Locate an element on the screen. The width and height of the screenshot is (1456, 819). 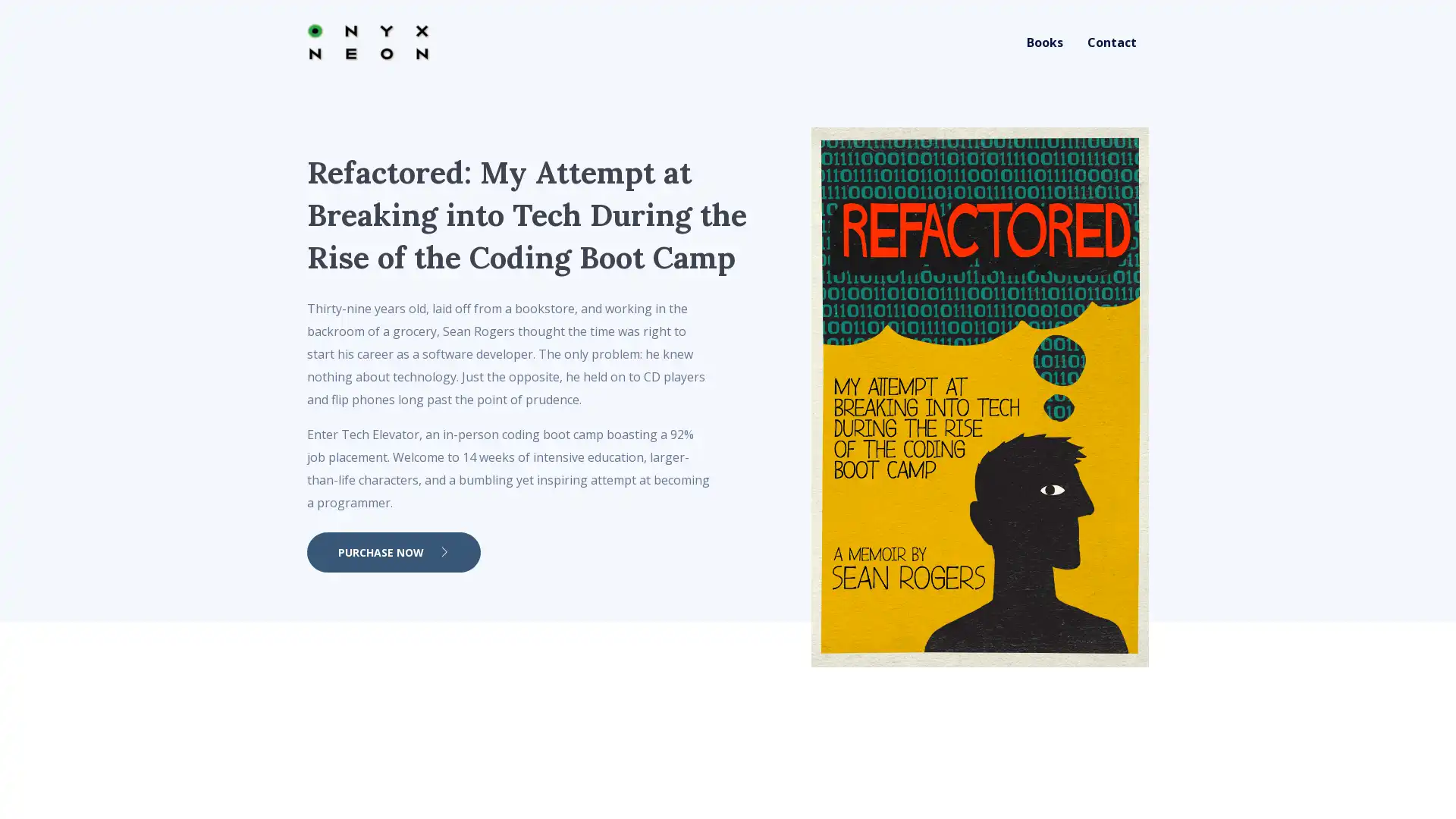
PURCHASE NOW is located at coordinates (394, 552).